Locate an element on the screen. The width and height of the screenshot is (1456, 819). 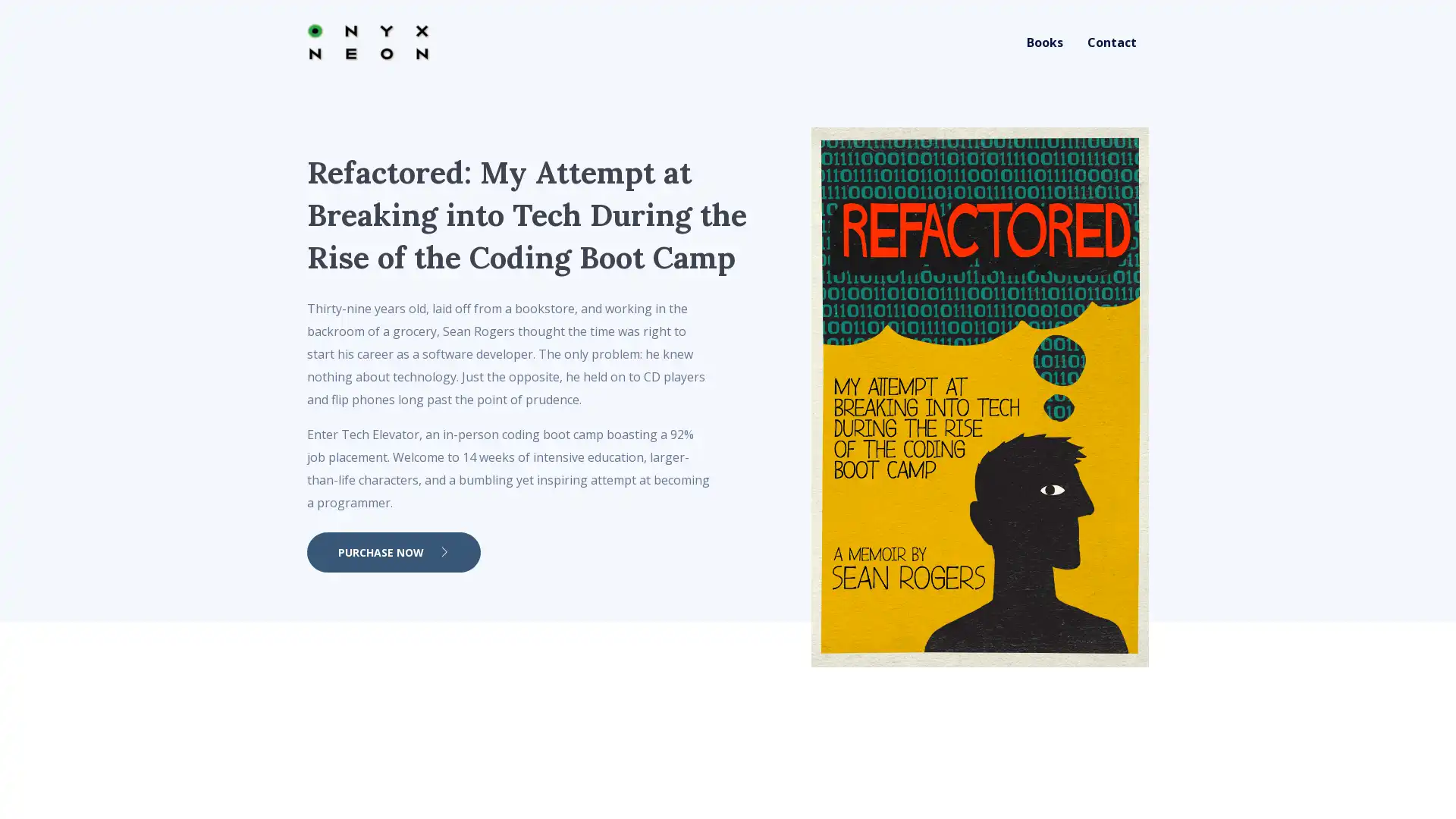
PURCHASE NOW is located at coordinates (394, 552).